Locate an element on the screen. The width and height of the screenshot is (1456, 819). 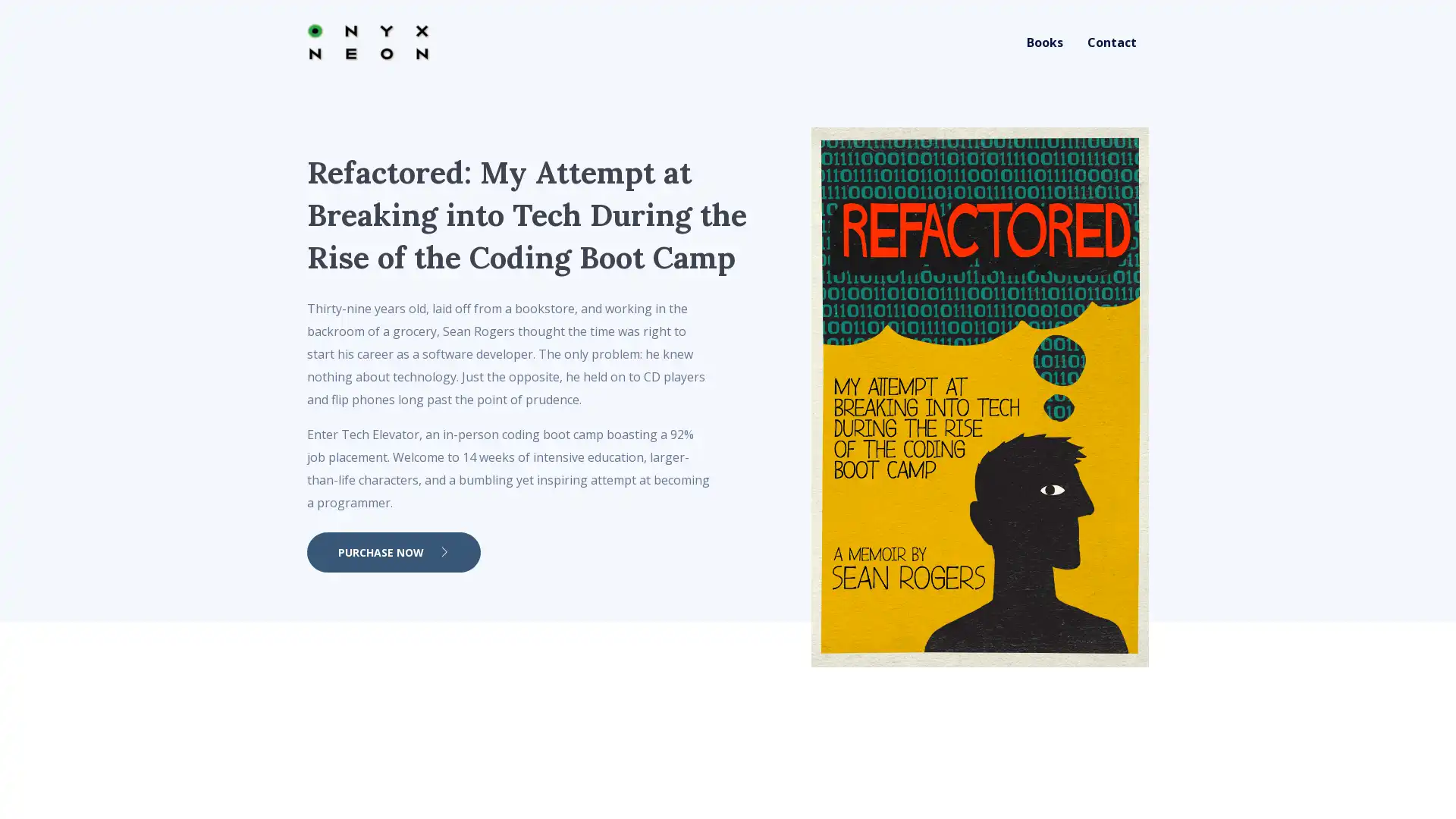
PURCHASE NOW is located at coordinates (394, 552).